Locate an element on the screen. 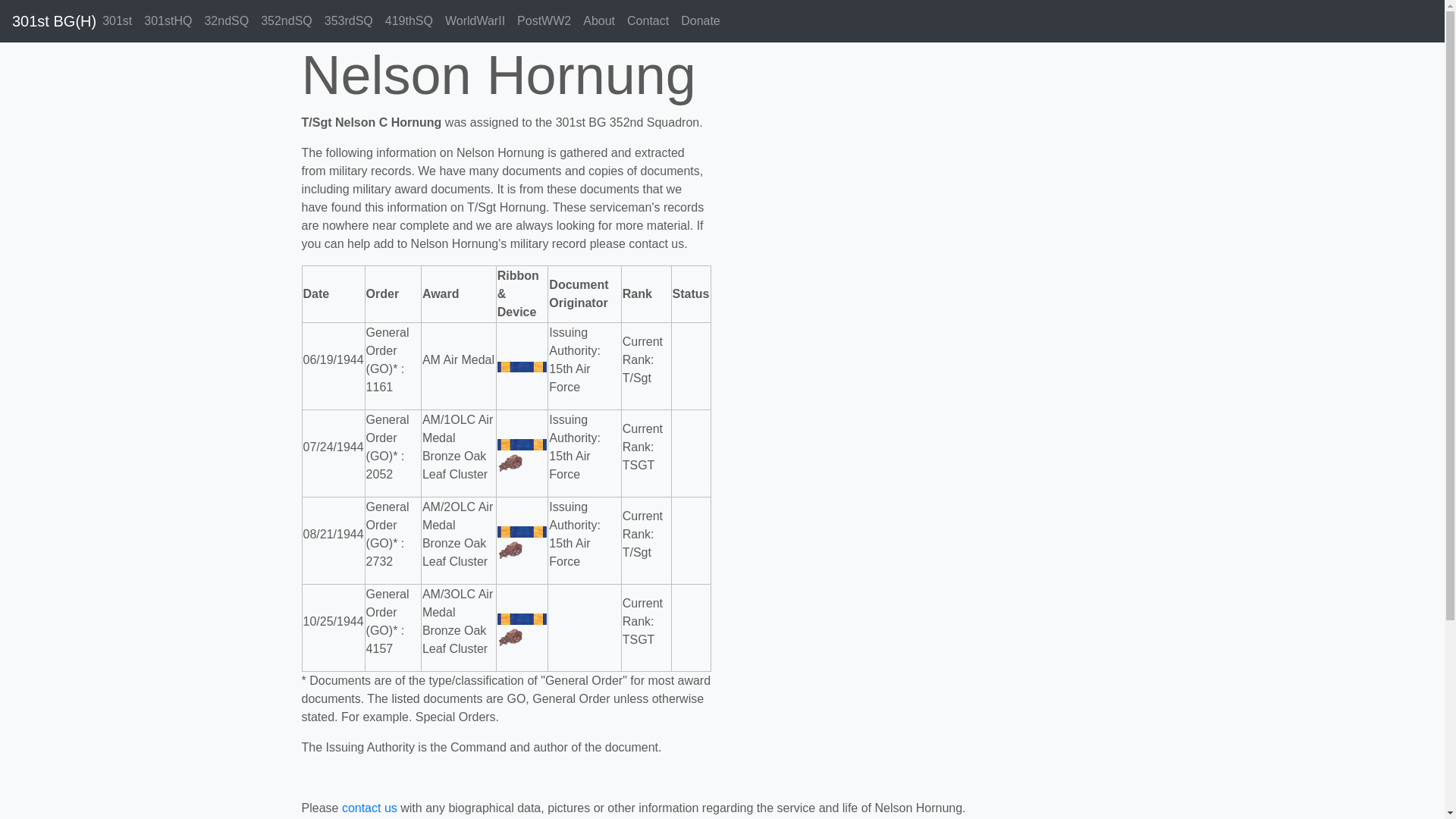 The width and height of the screenshot is (1456, 819). 'contact us' is located at coordinates (369, 807).